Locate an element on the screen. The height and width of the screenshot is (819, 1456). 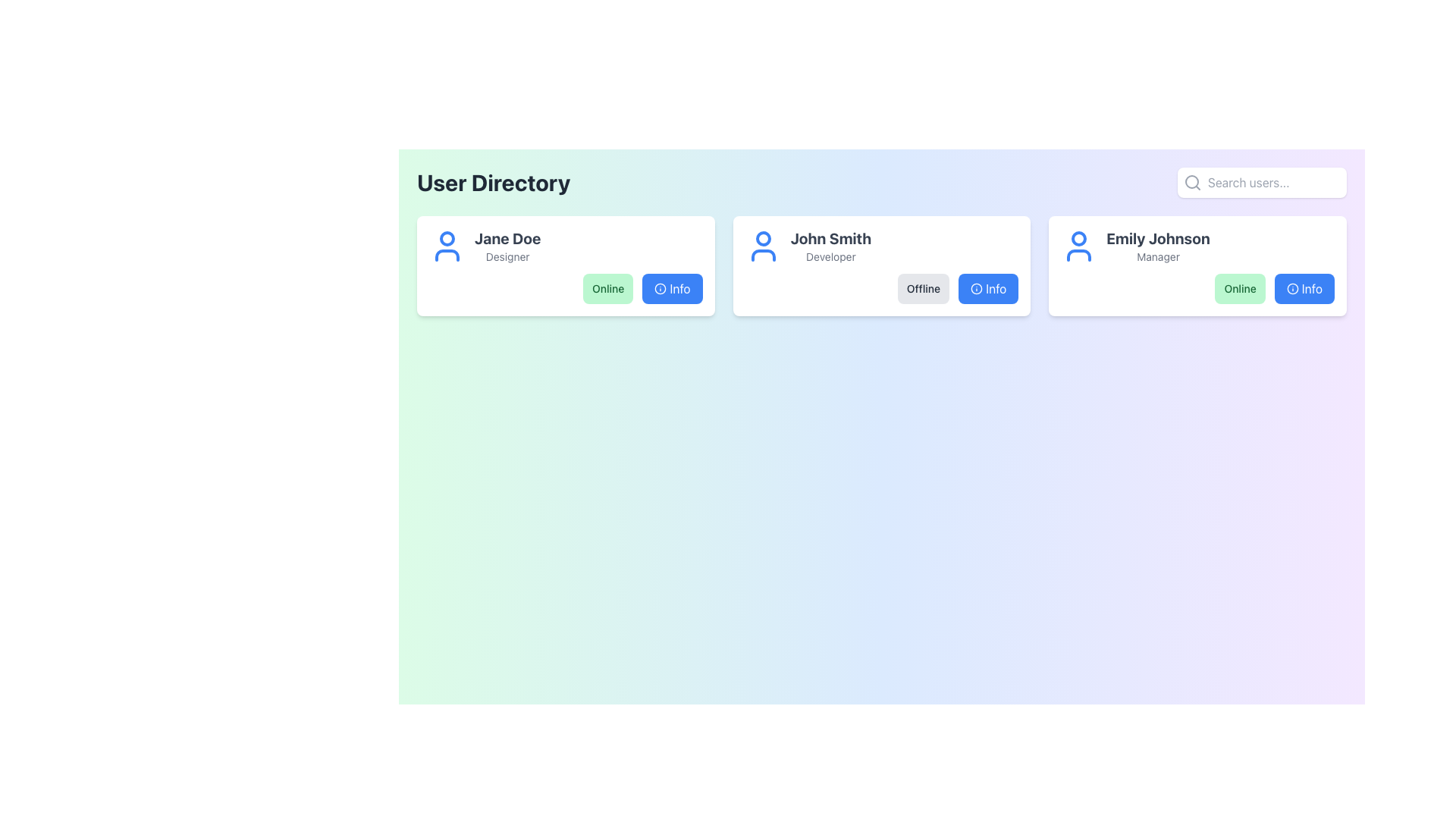
the 'User Directory' text header, which is styled in bold, large dark gray font and positioned at the top-left corner of the interface is located at coordinates (494, 181).